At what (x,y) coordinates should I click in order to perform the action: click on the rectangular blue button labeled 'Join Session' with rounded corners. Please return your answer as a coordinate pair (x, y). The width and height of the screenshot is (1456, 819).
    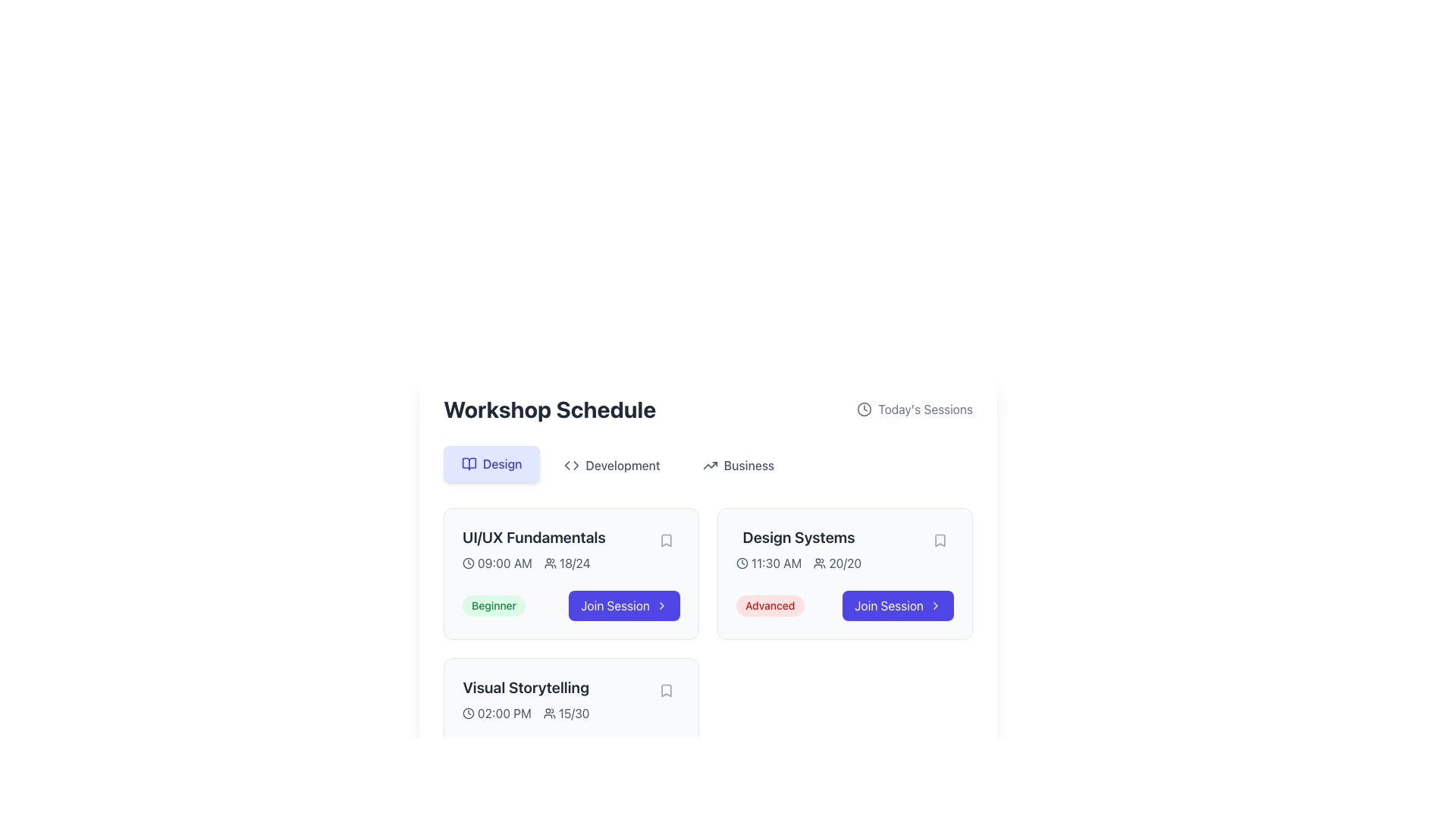
    Looking at the image, I should click on (624, 604).